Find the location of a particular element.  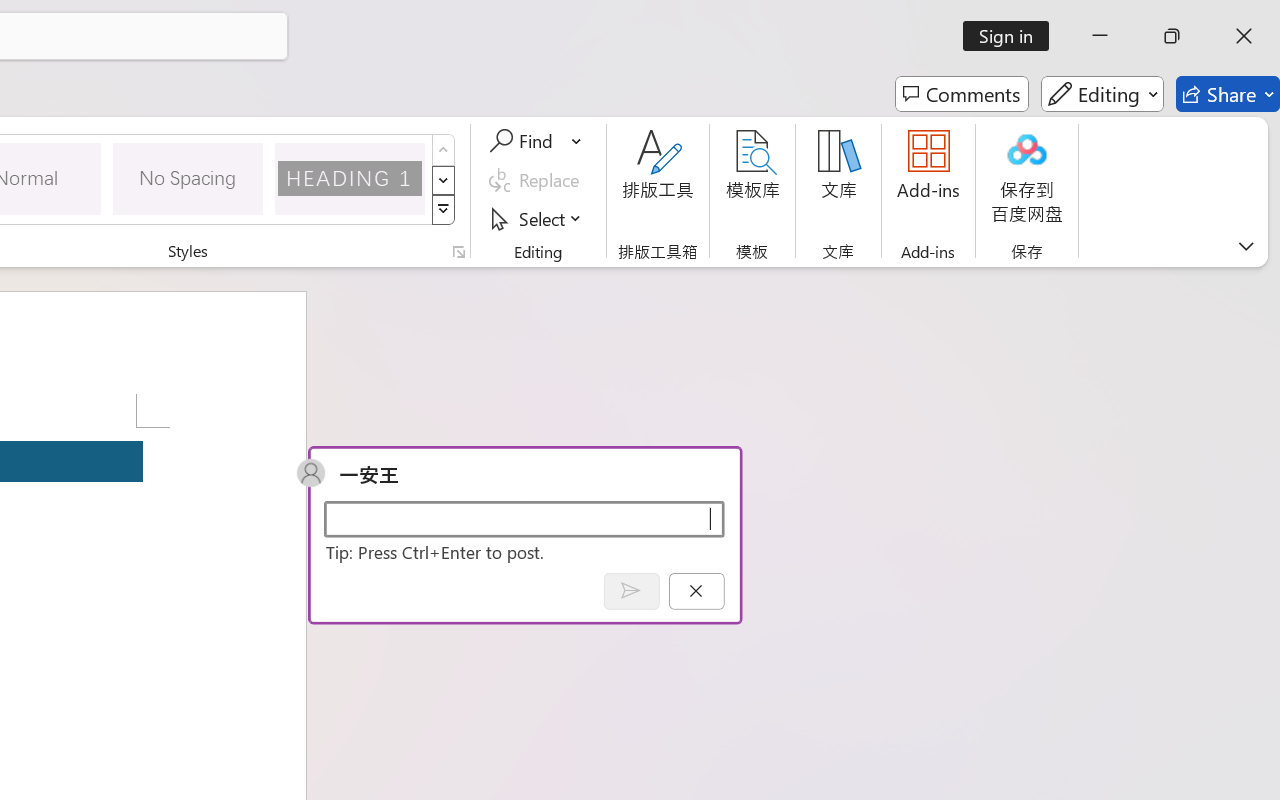

'Cancel' is located at coordinates (696, 590).